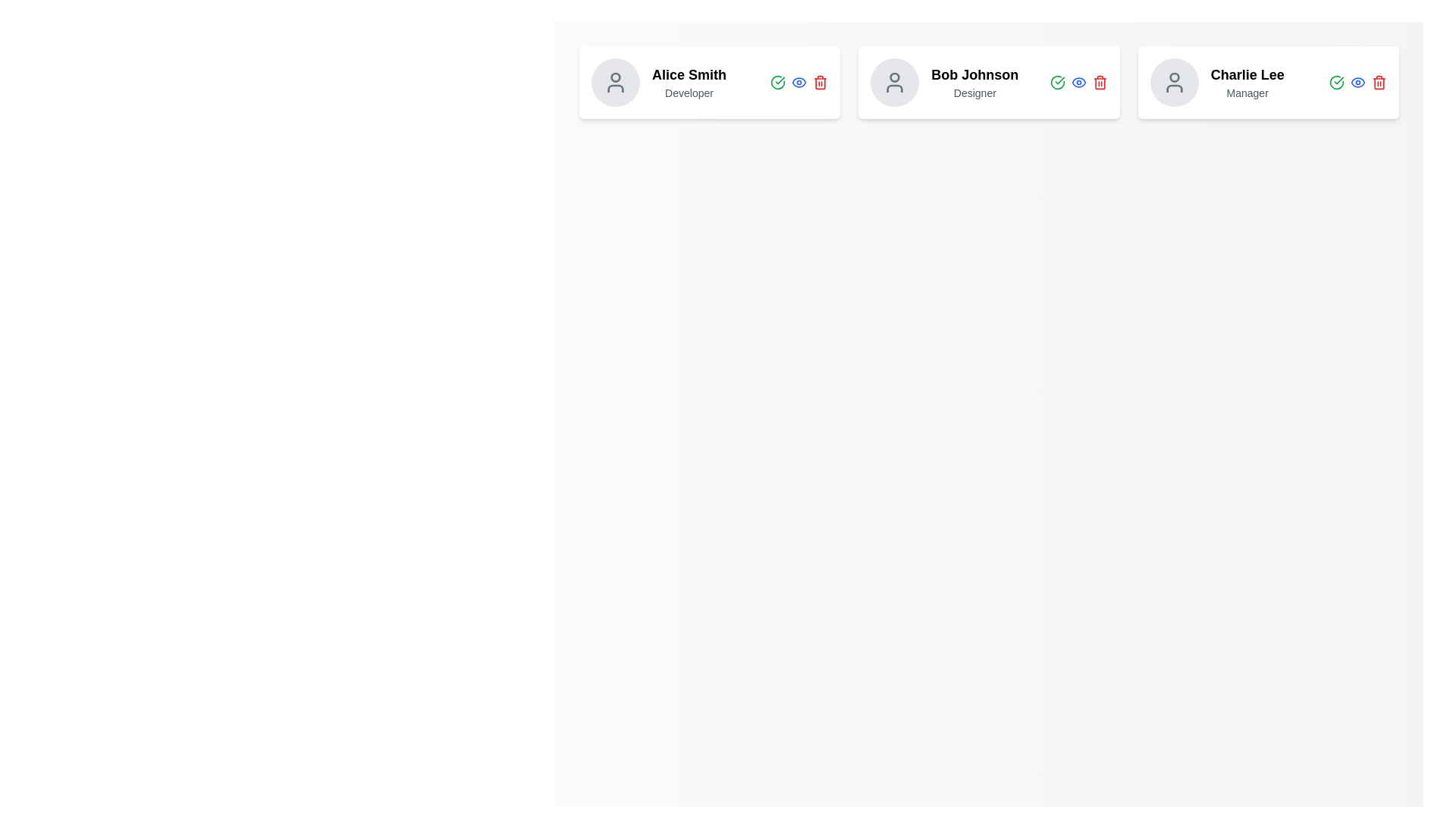 The height and width of the screenshot is (819, 1456). What do you see at coordinates (820, 82) in the screenshot?
I see `the delete action button icon located beneath 'Alice Smith' in the first user card` at bounding box center [820, 82].